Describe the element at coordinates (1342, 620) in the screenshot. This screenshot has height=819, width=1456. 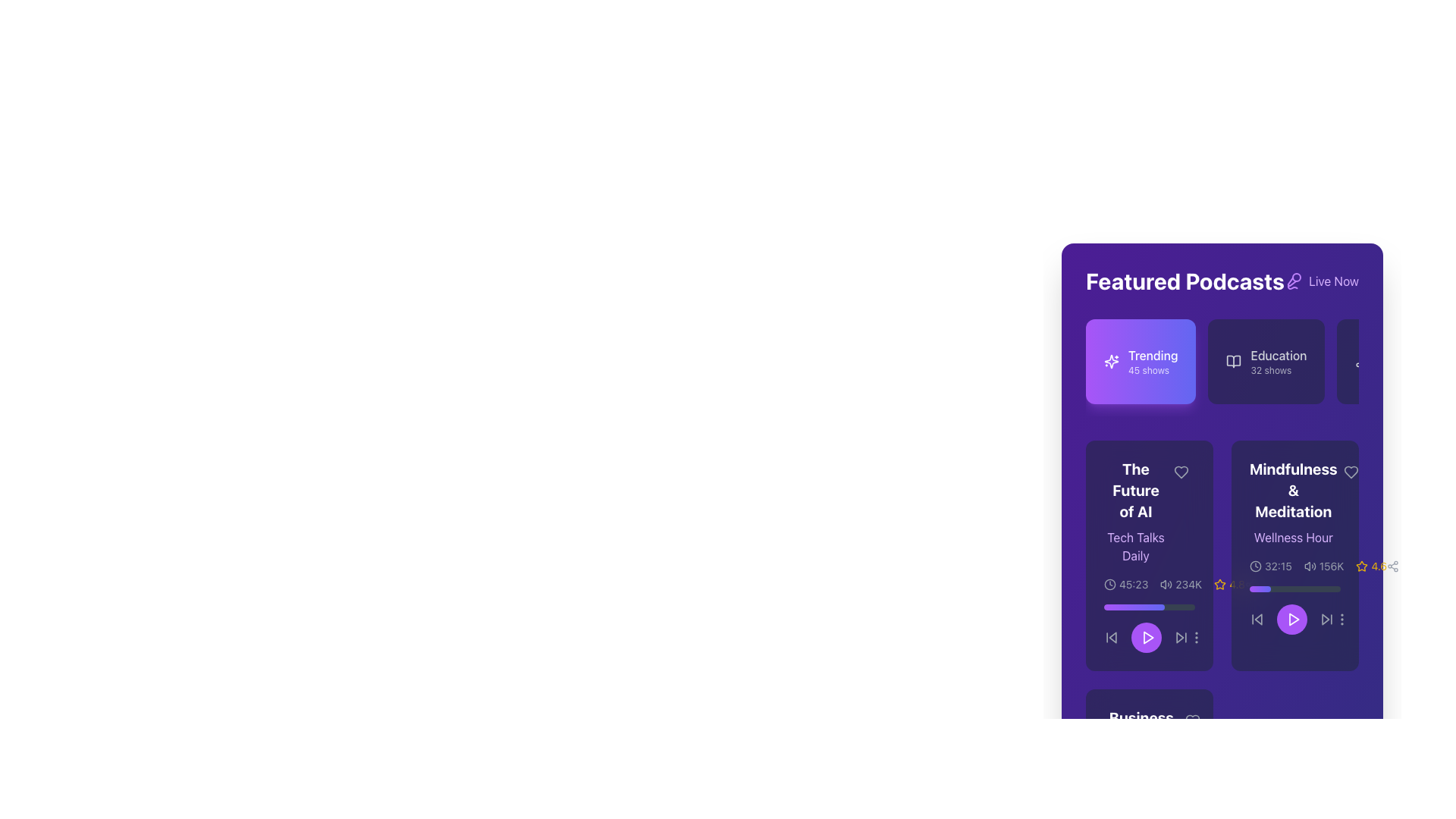
I see `the vertical ellipsis icon located at the bottom-right corner of the 'Mindfulness & Meditation' podcast card` at that location.